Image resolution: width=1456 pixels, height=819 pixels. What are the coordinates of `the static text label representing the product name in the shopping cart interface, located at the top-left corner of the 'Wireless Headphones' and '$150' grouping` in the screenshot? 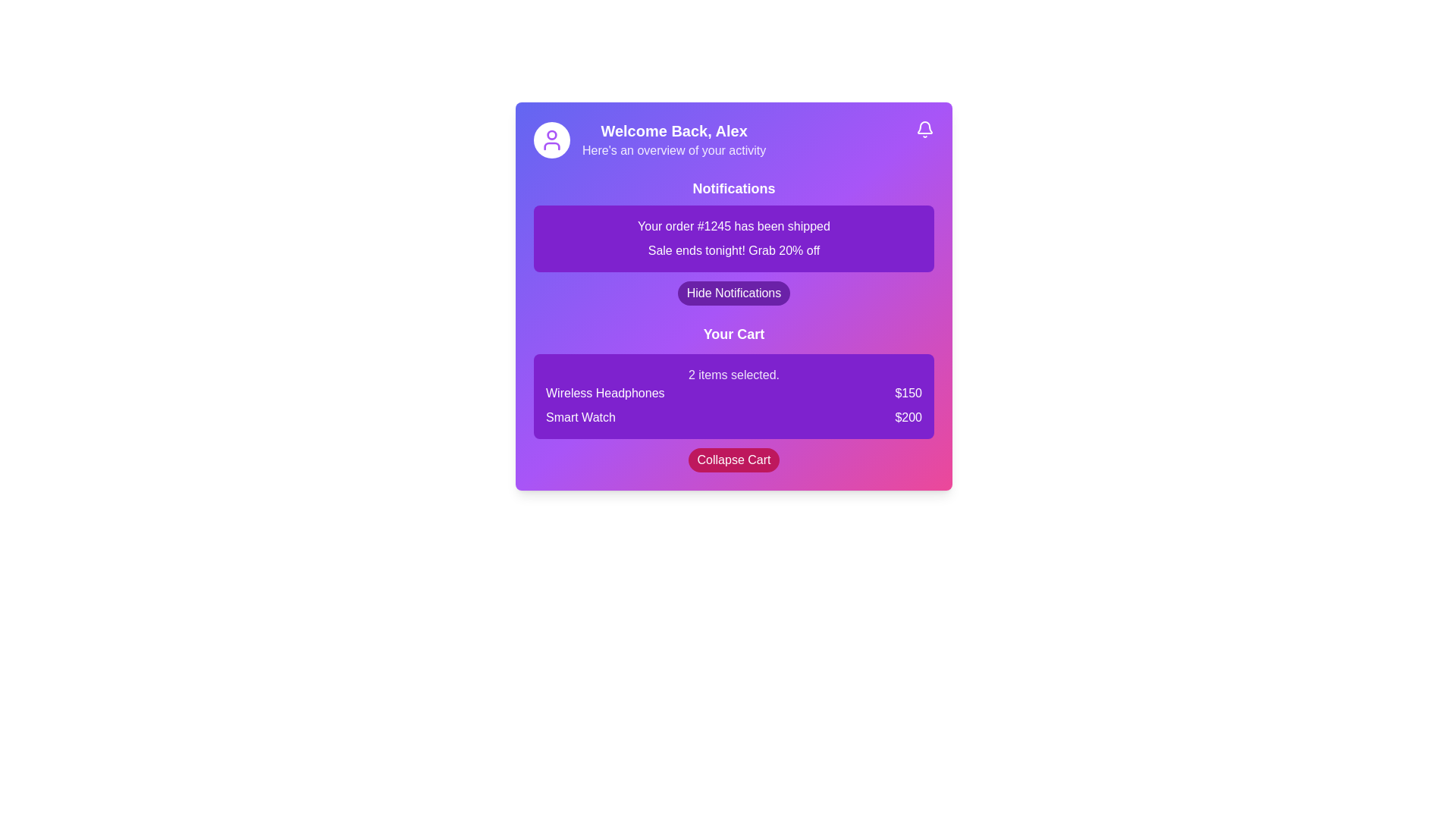 It's located at (604, 393).